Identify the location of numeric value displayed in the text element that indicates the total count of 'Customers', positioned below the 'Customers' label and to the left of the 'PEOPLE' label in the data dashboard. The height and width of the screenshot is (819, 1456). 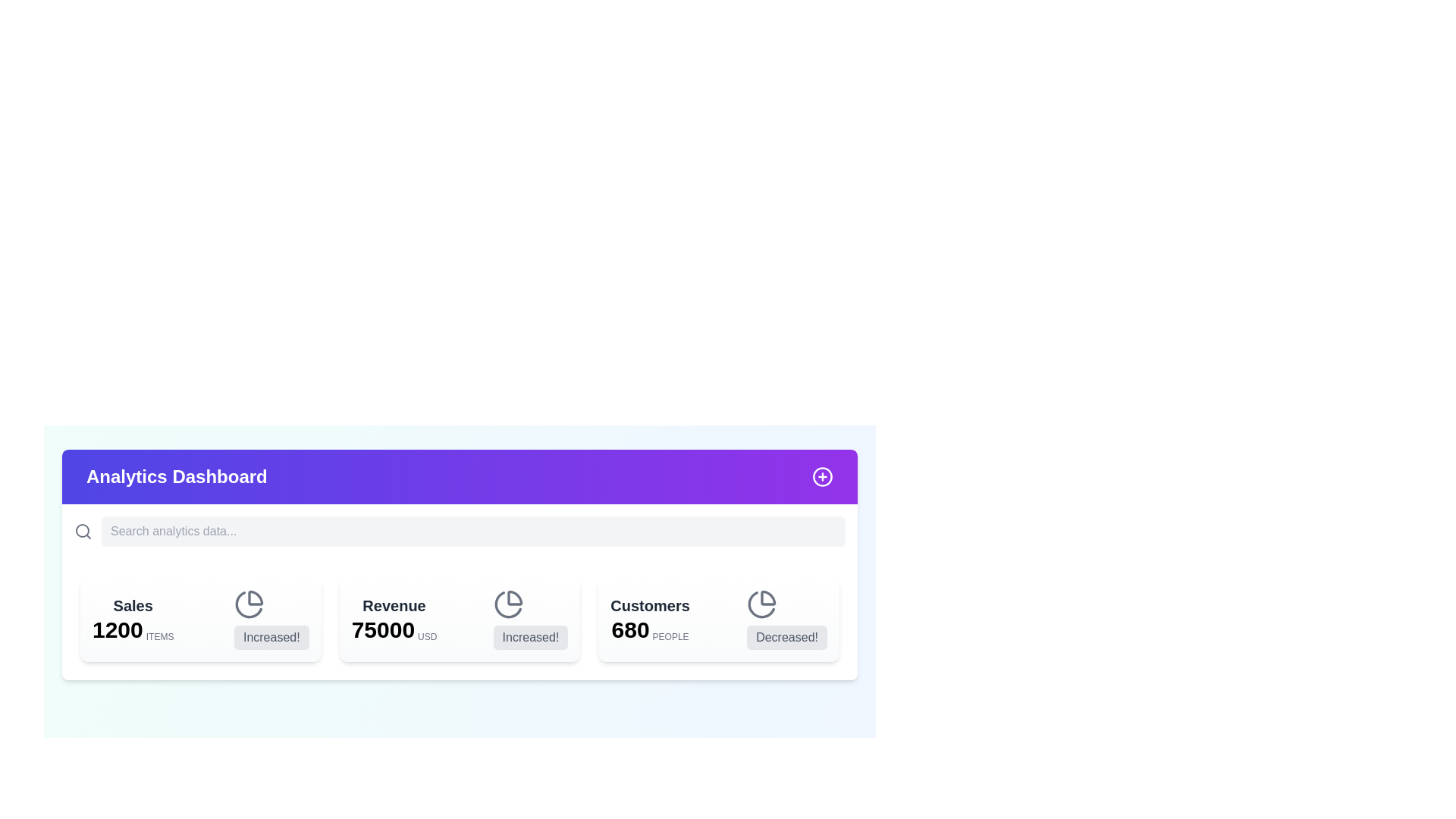
(630, 629).